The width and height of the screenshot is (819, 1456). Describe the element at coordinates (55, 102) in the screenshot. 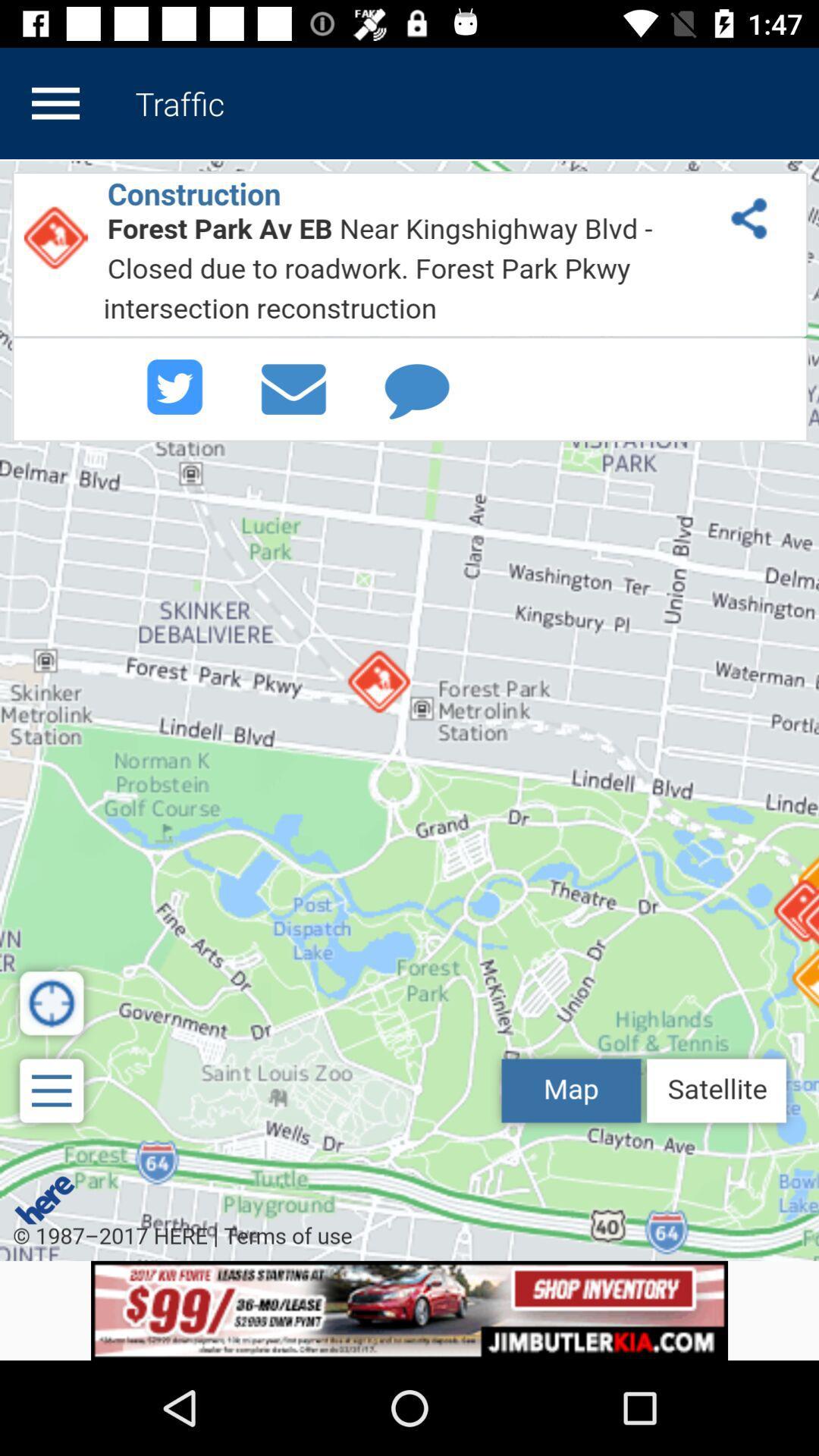

I see `menu` at that location.